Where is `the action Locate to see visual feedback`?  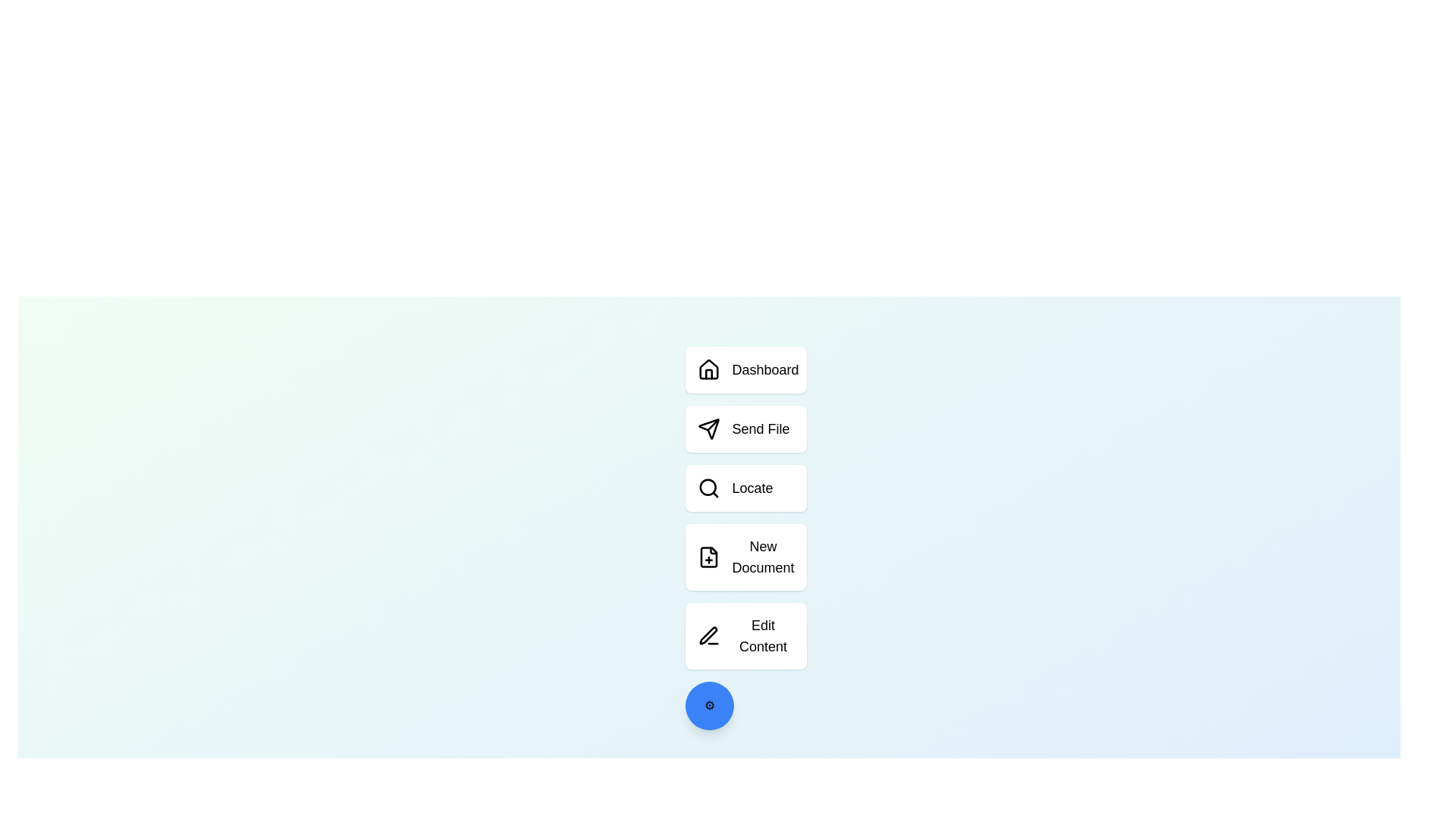 the action Locate to see visual feedback is located at coordinates (745, 488).